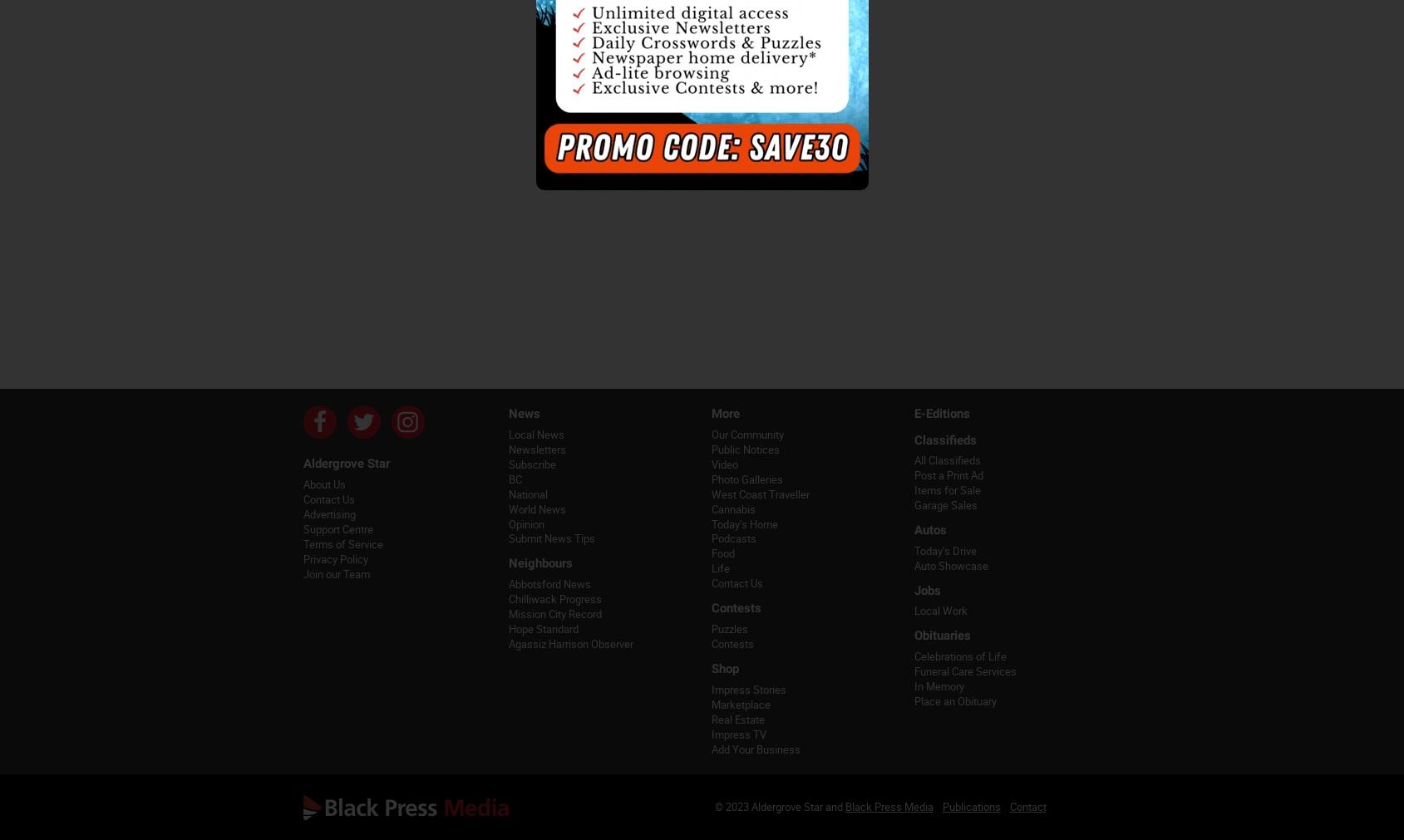  What do you see at coordinates (531, 464) in the screenshot?
I see `'Subscribe'` at bounding box center [531, 464].